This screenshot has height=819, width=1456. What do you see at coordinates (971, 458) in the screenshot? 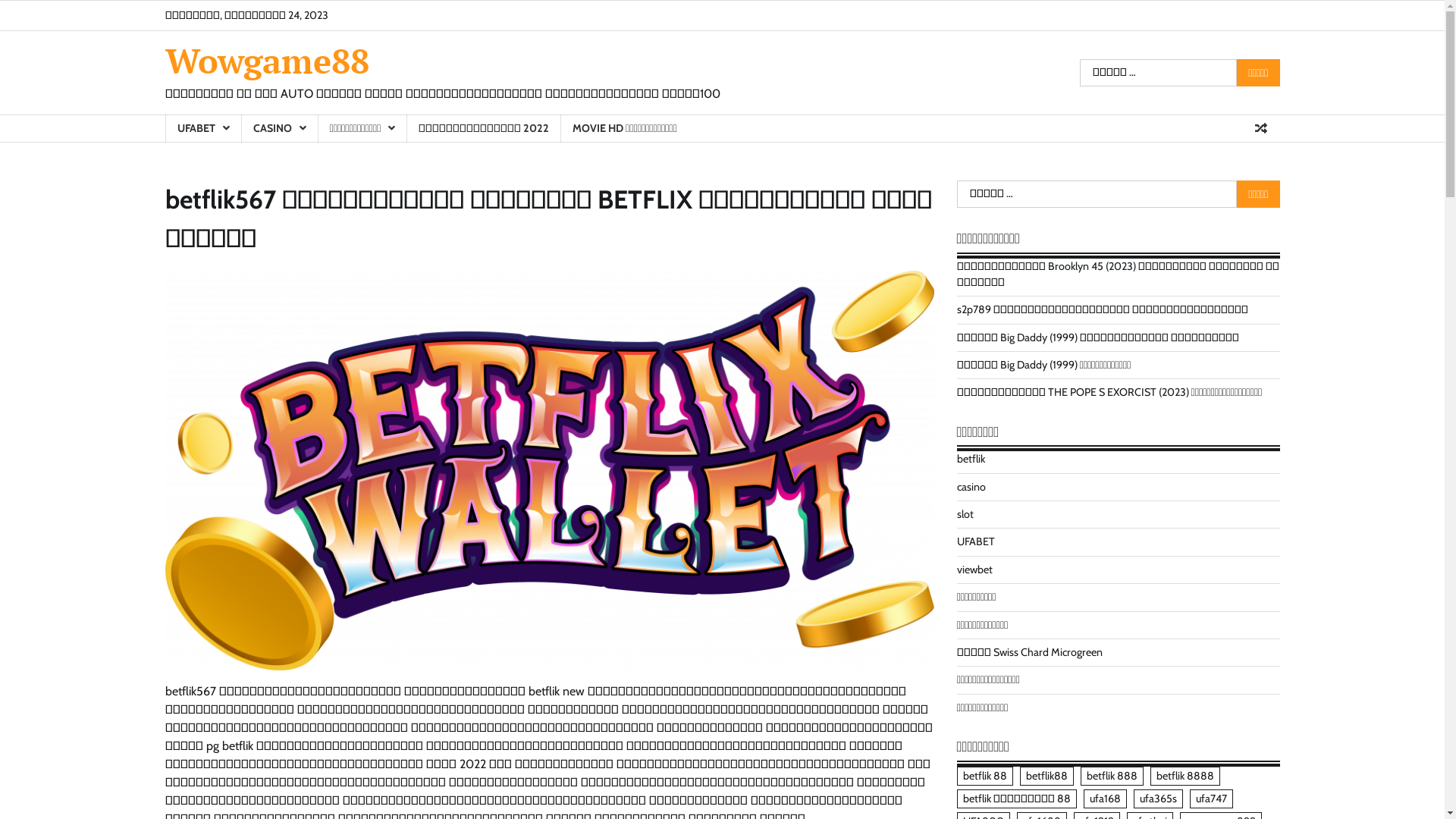
I see `'betflik'` at bounding box center [971, 458].